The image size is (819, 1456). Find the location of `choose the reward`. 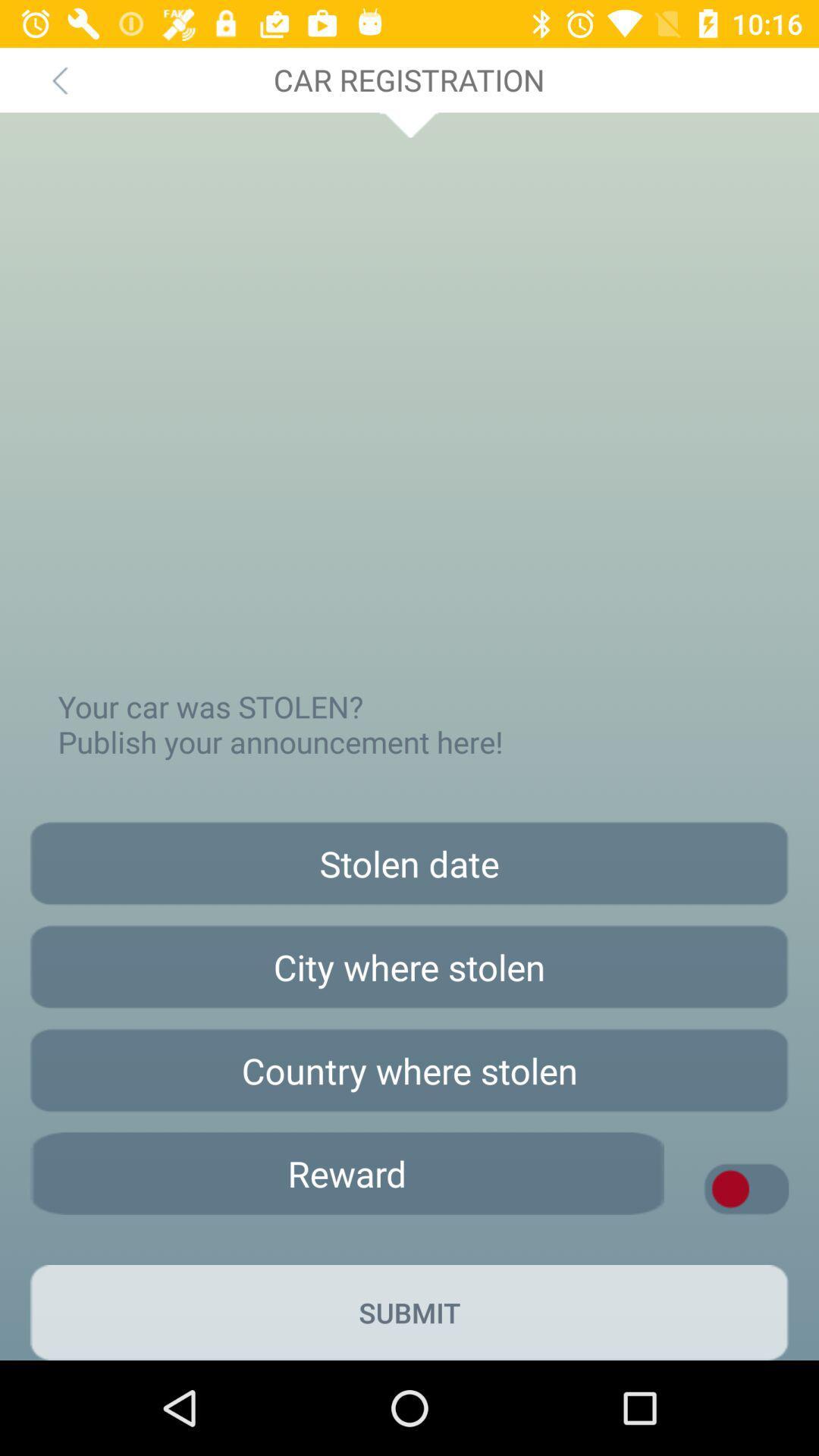

choose the reward is located at coordinates (347, 1172).